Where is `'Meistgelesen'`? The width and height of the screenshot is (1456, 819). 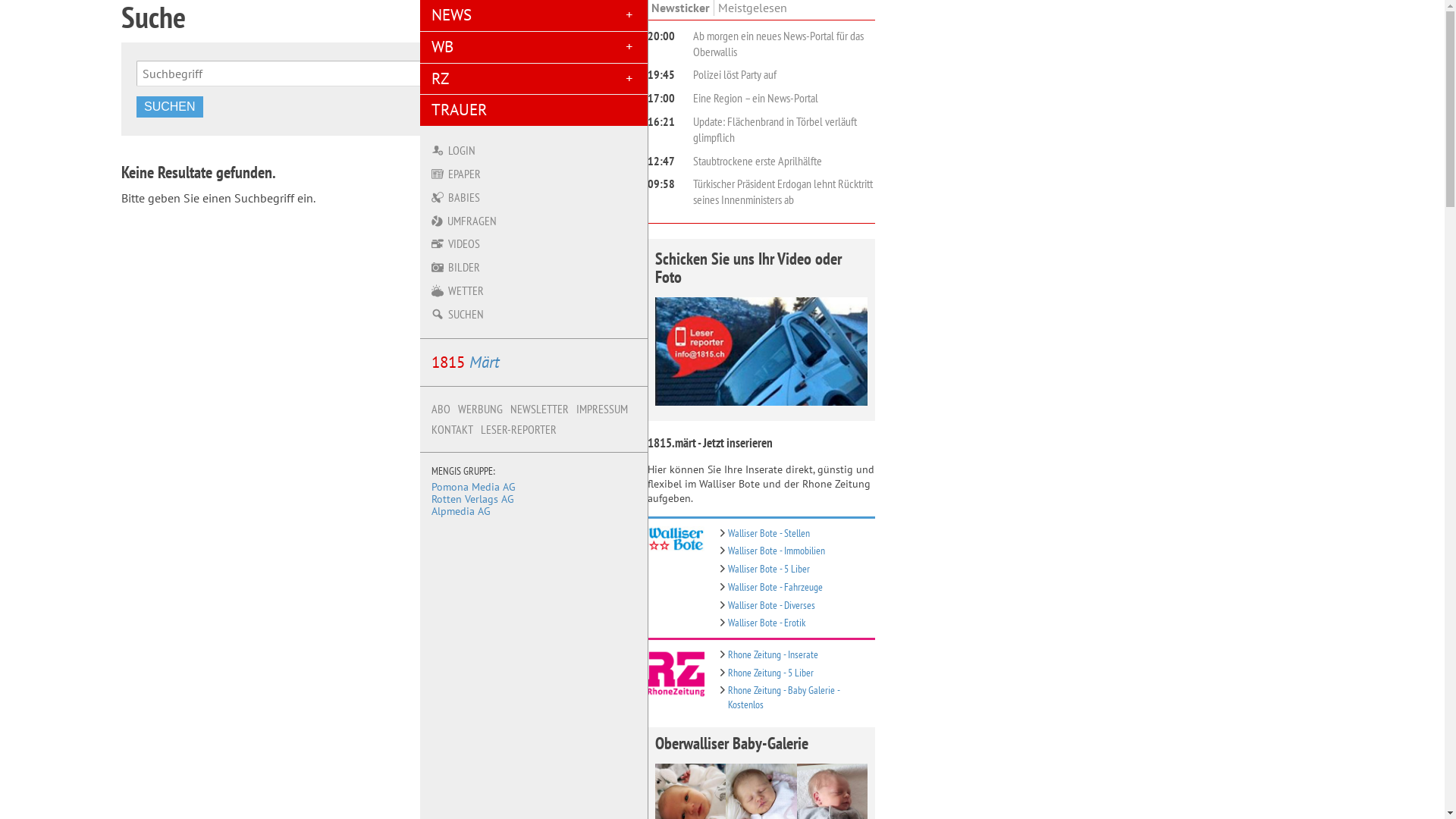 'Meistgelesen' is located at coordinates (752, 8).